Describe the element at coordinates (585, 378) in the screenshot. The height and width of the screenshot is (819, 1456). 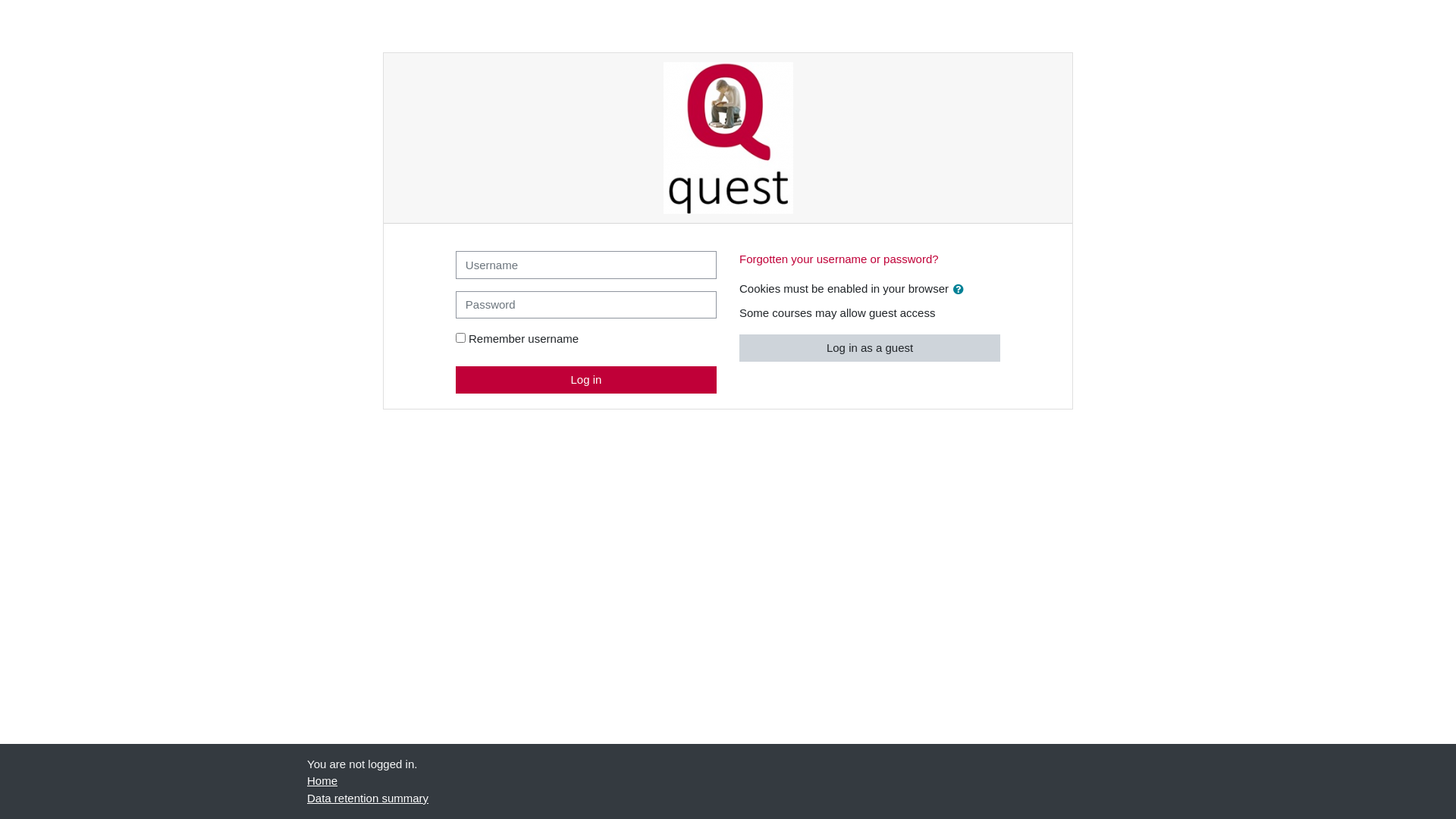
I see `'Log in'` at that location.